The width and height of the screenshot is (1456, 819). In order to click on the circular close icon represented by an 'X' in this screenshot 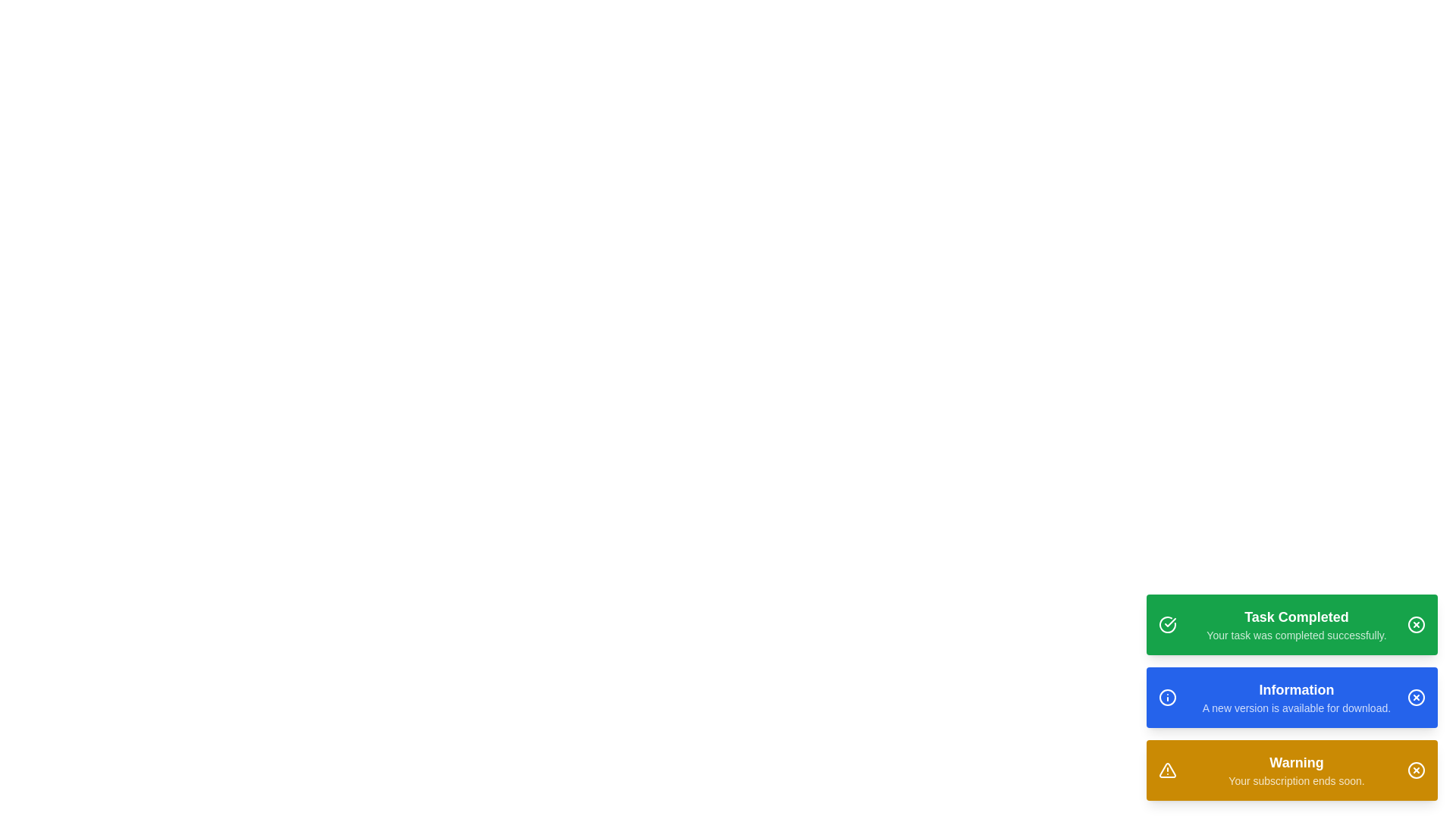, I will do `click(1415, 770)`.